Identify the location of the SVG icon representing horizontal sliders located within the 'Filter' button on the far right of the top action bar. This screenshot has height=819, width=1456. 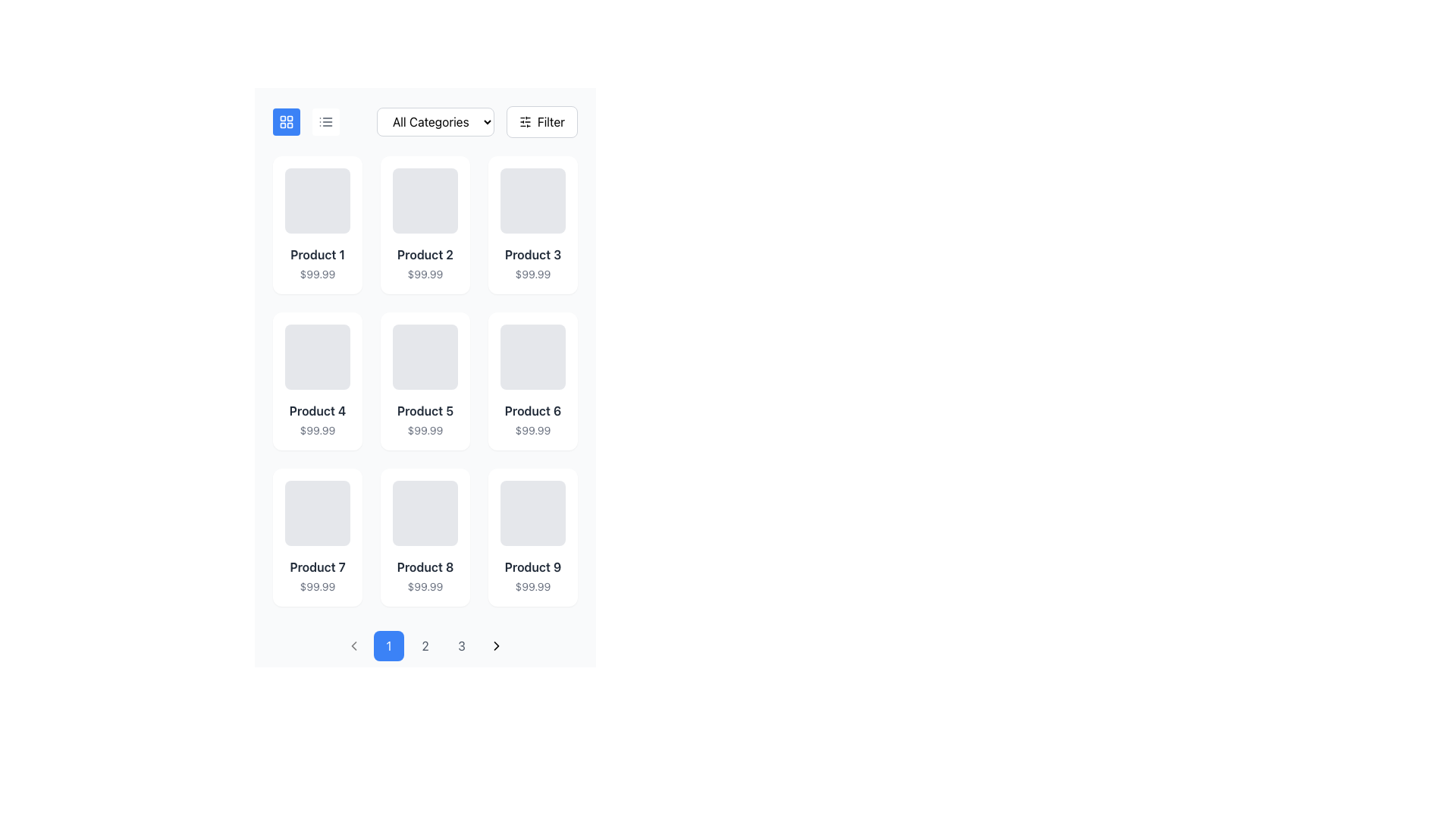
(525, 121).